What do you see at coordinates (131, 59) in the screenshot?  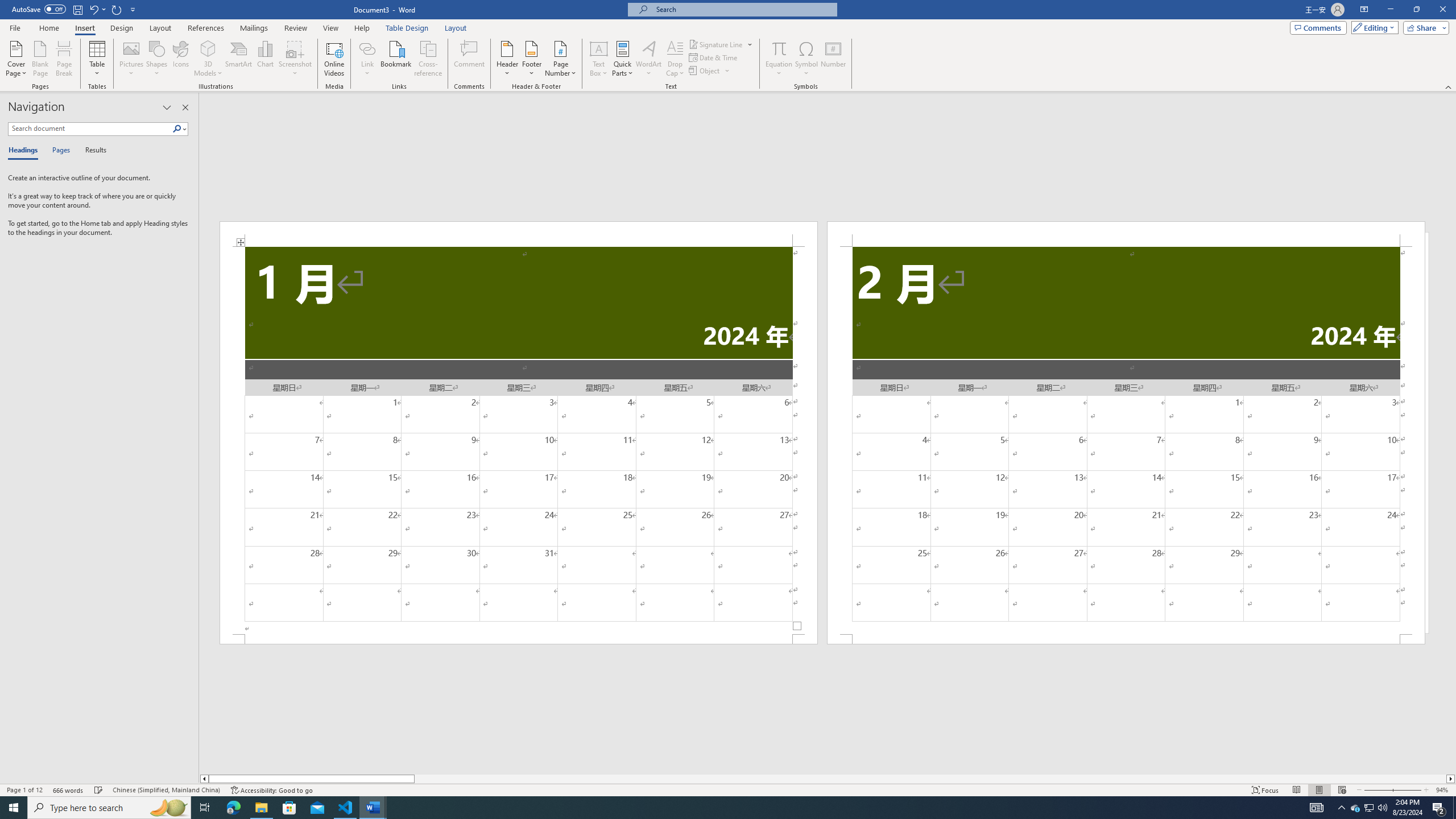 I see `'Pictures'` at bounding box center [131, 59].